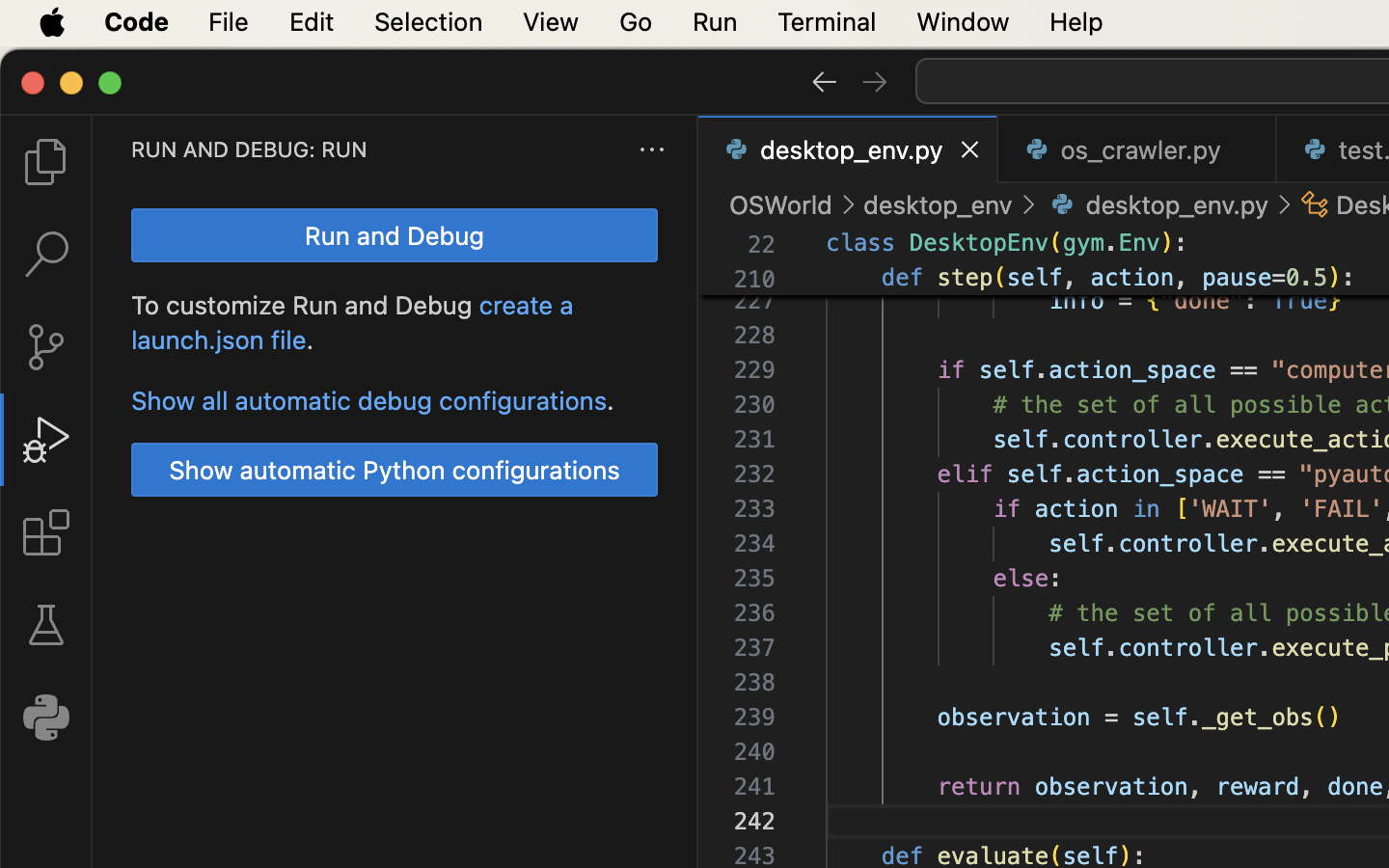 The width and height of the screenshot is (1389, 868). Describe the element at coordinates (978, 242) in the screenshot. I see `'DesktopEnv'` at that location.